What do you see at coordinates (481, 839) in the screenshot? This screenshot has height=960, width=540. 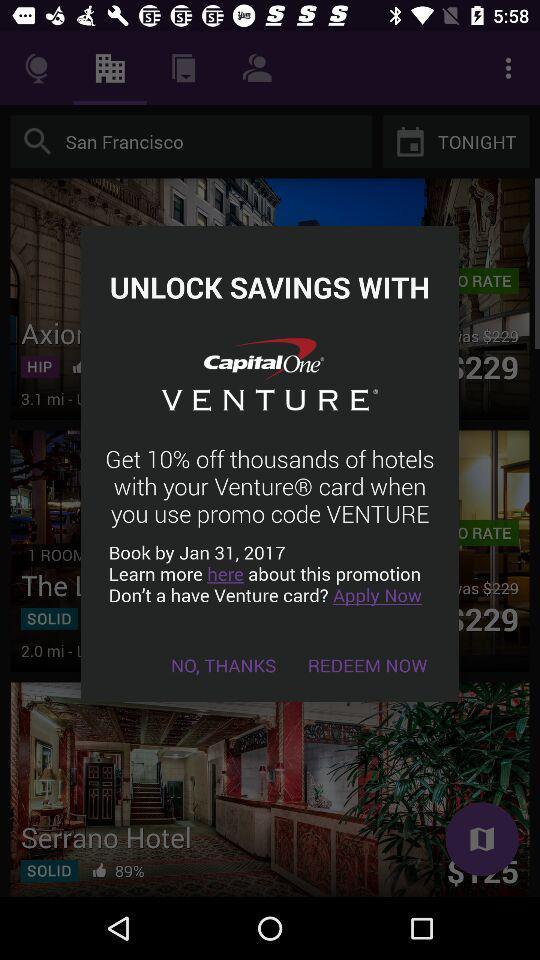 I see `the bottom right symbol` at bounding box center [481, 839].